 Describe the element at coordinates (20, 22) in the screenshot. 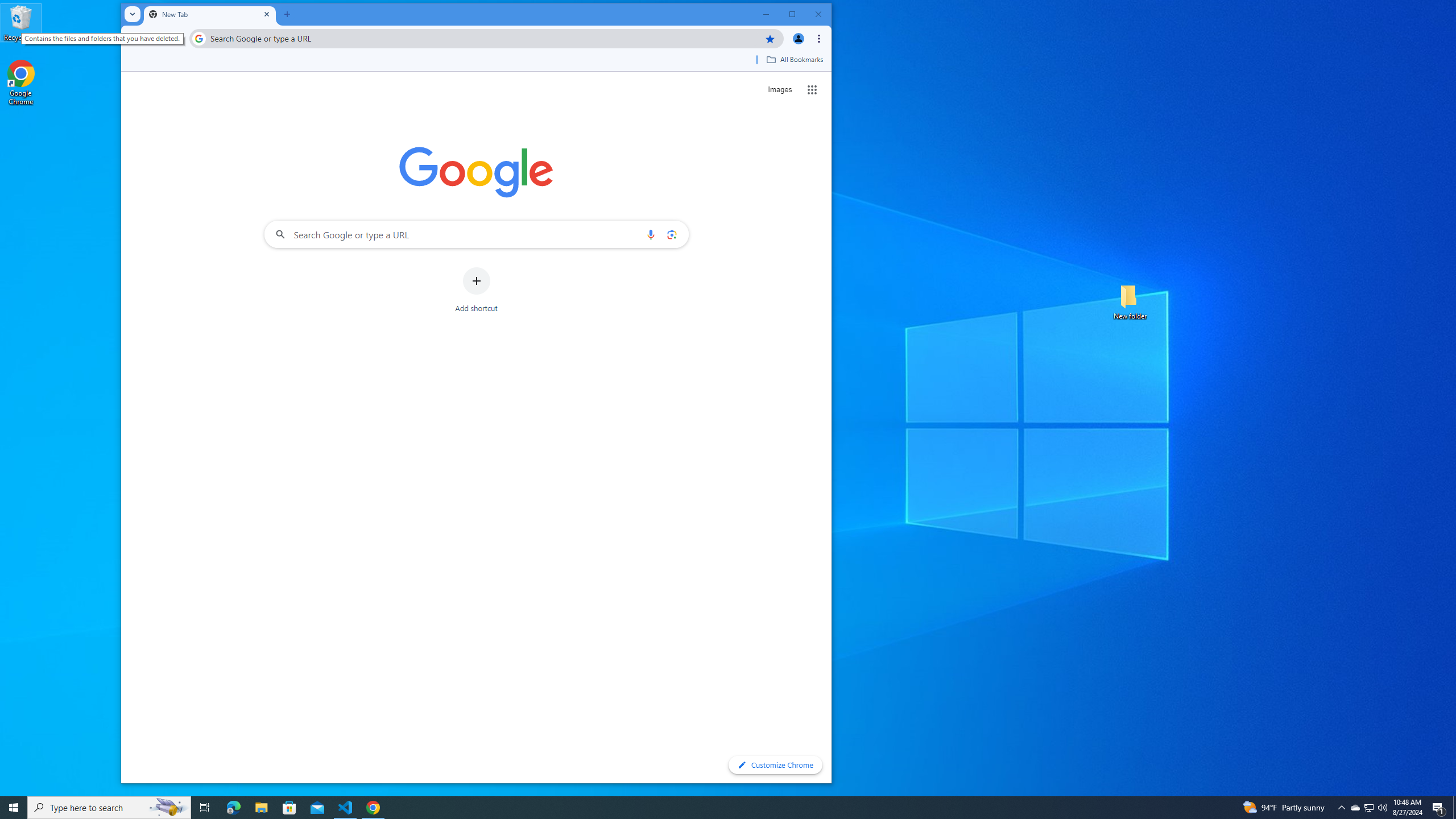

I see `'Recycle Bin'` at that location.